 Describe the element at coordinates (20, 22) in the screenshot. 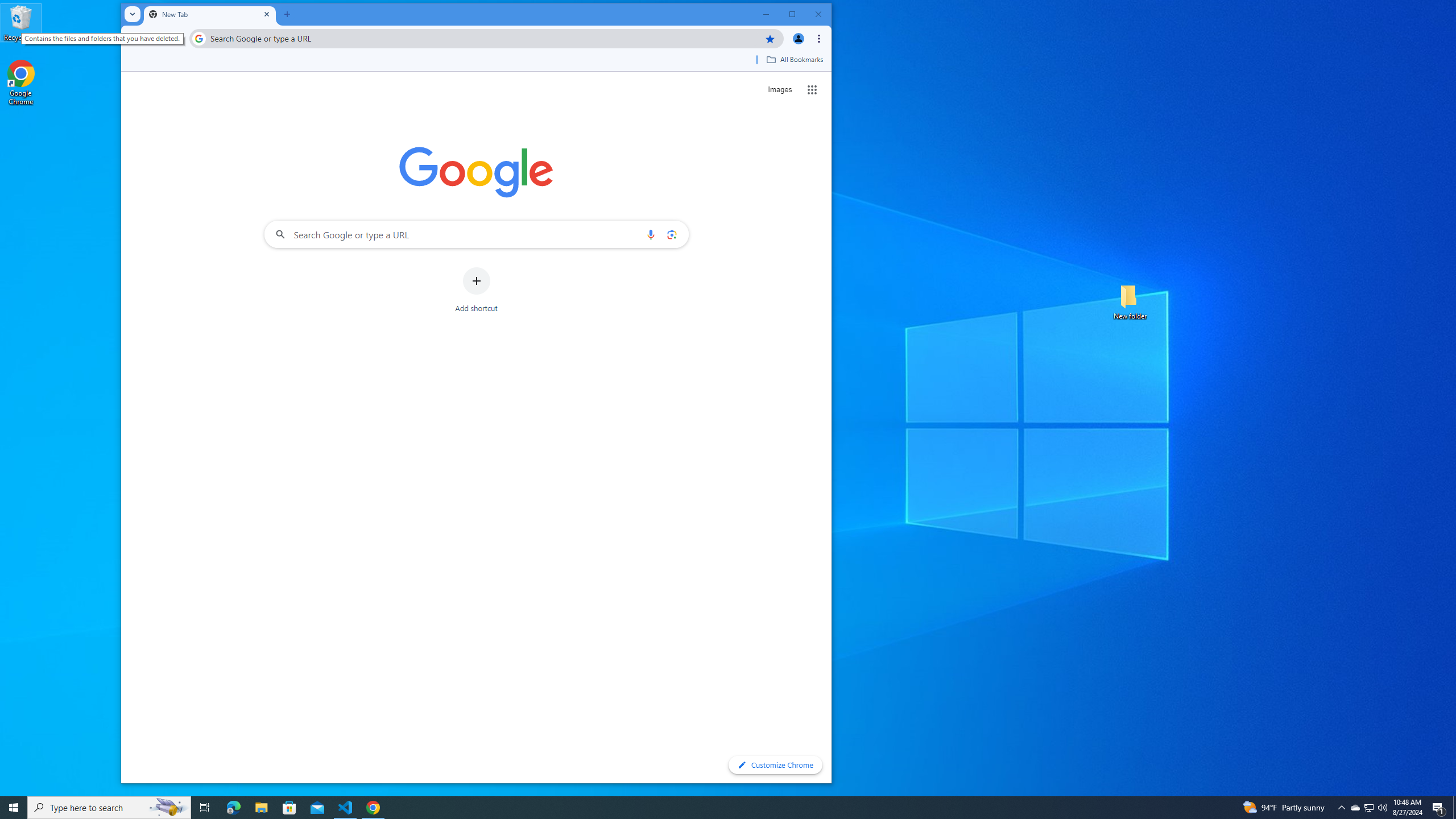

I see `'Recycle Bin'` at that location.